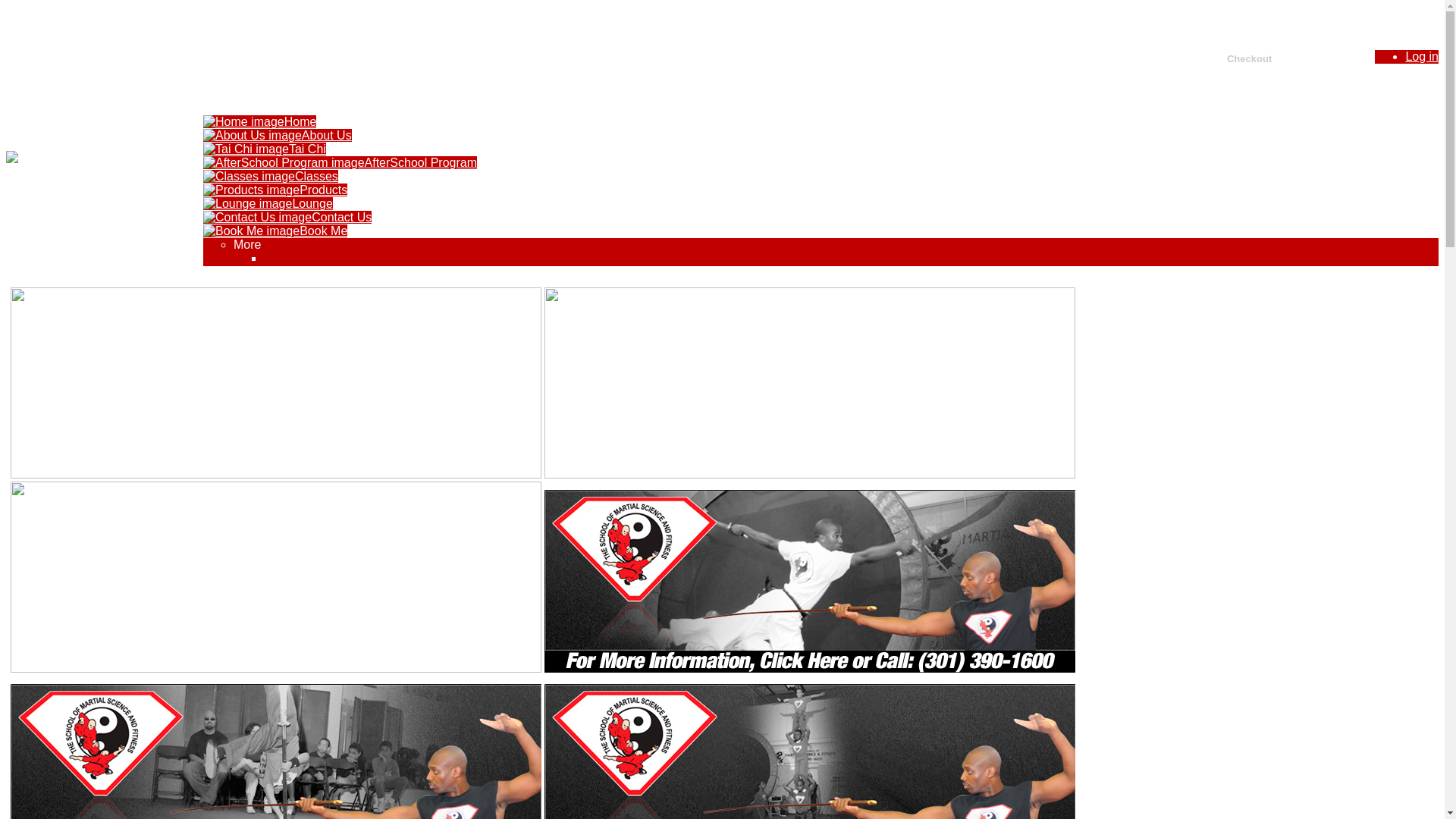 This screenshot has height=819, width=1456. Describe the element at coordinates (275, 189) in the screenshot. I see `'Products'` at that location.